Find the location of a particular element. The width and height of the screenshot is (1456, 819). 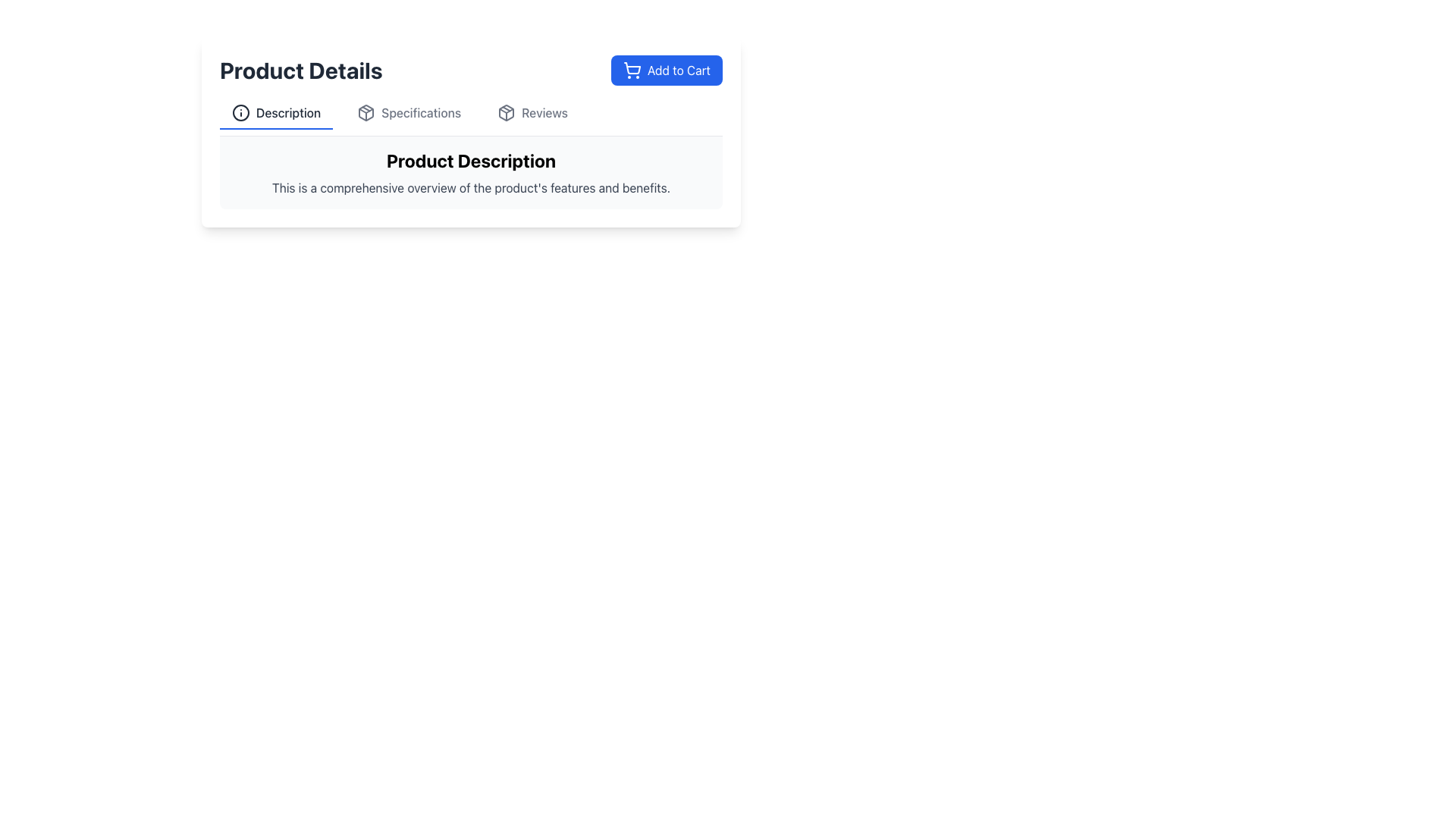

the Textual content block that contains the title 'Product Description' and the description text, which is located below the tabs for 'Description', 'Specifications', and 'Reviews' is located at coordinates (470, 171).